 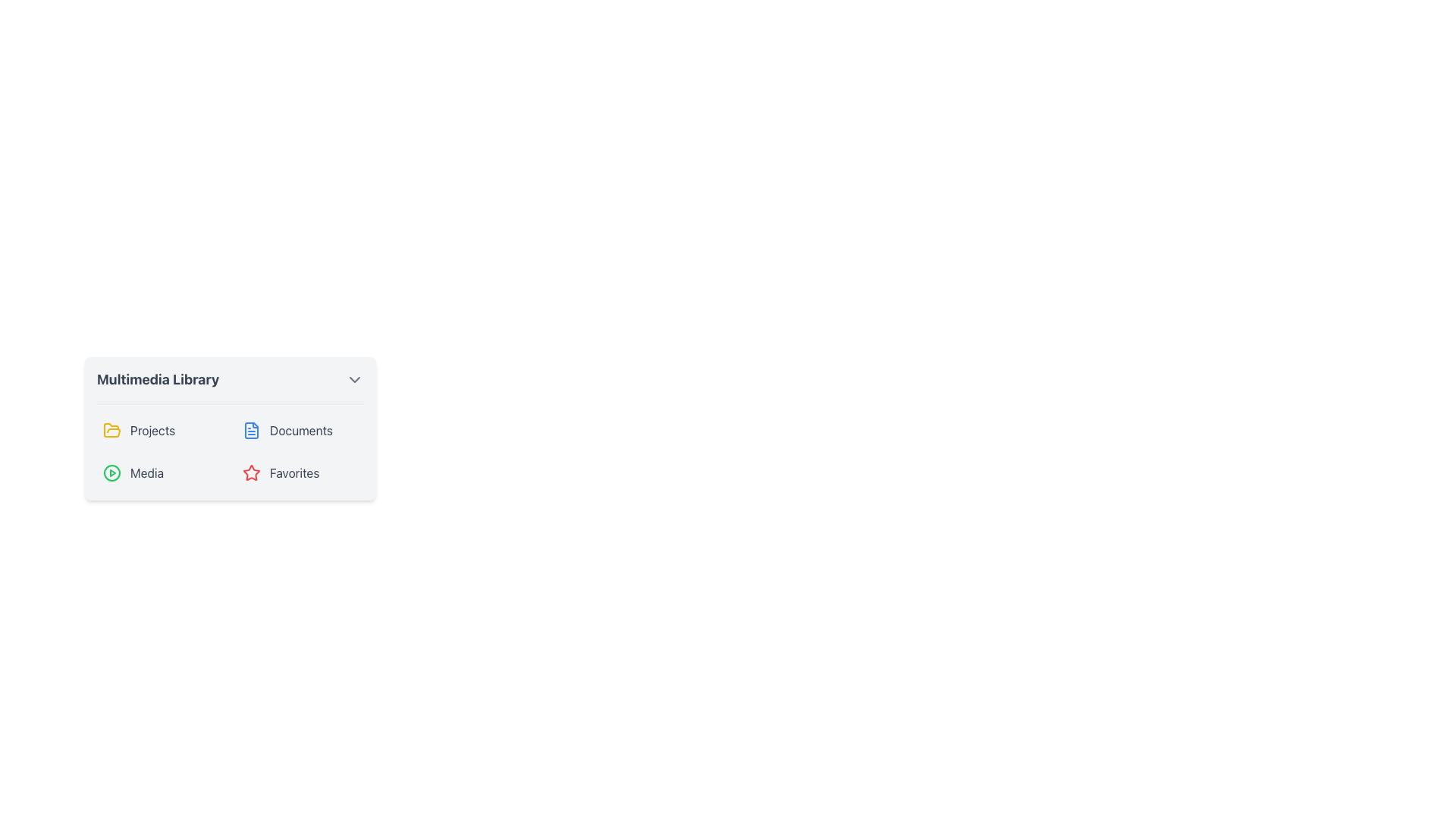 I want to click on the folder icon representing the 'Projects' category, which is the leftmost icon in the 'Projects' row adjacent to the text 'Projects', so click(x=111, y=430).